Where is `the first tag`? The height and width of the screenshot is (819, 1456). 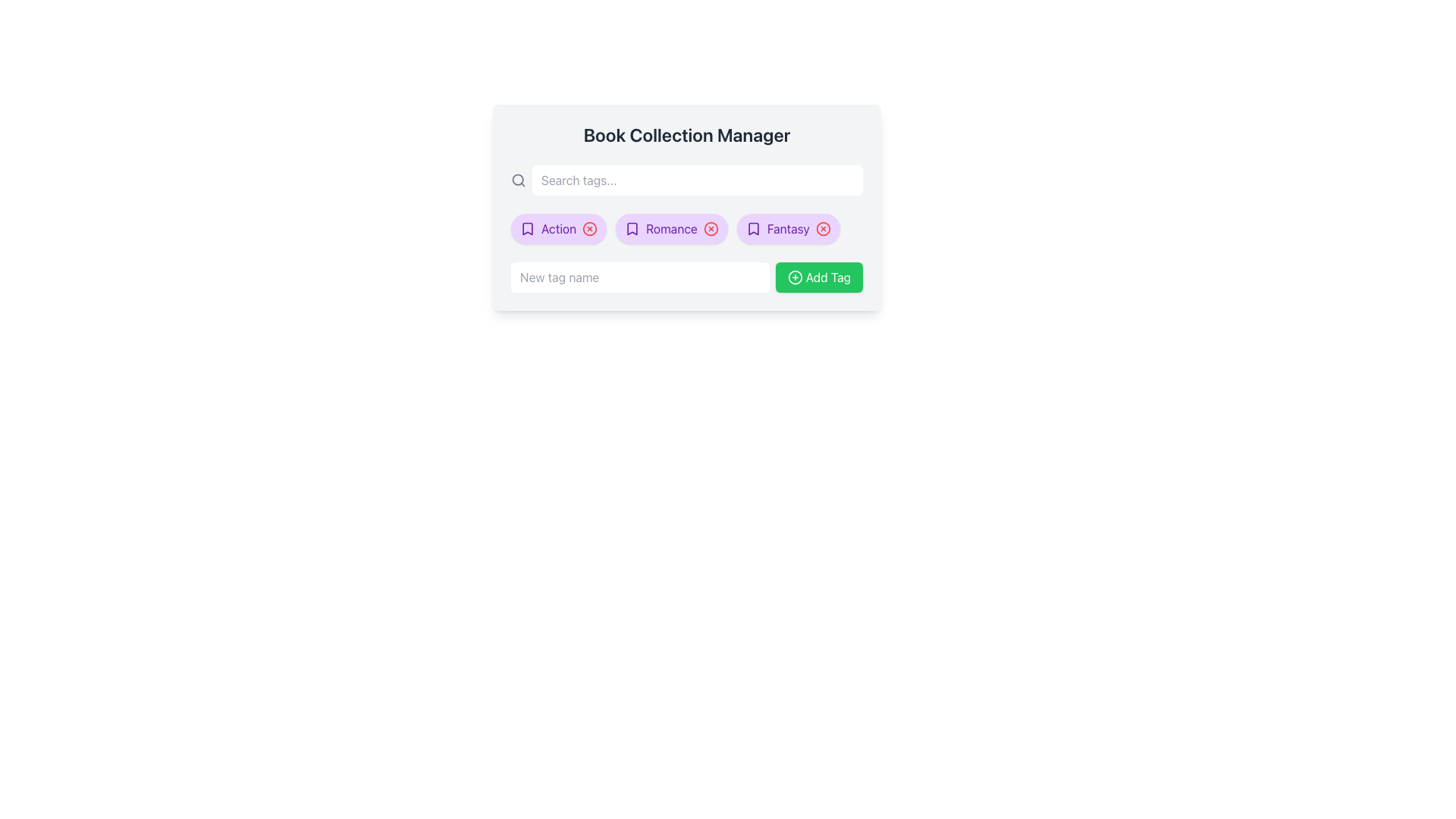
the first tag is located at coordinates (558, 228).